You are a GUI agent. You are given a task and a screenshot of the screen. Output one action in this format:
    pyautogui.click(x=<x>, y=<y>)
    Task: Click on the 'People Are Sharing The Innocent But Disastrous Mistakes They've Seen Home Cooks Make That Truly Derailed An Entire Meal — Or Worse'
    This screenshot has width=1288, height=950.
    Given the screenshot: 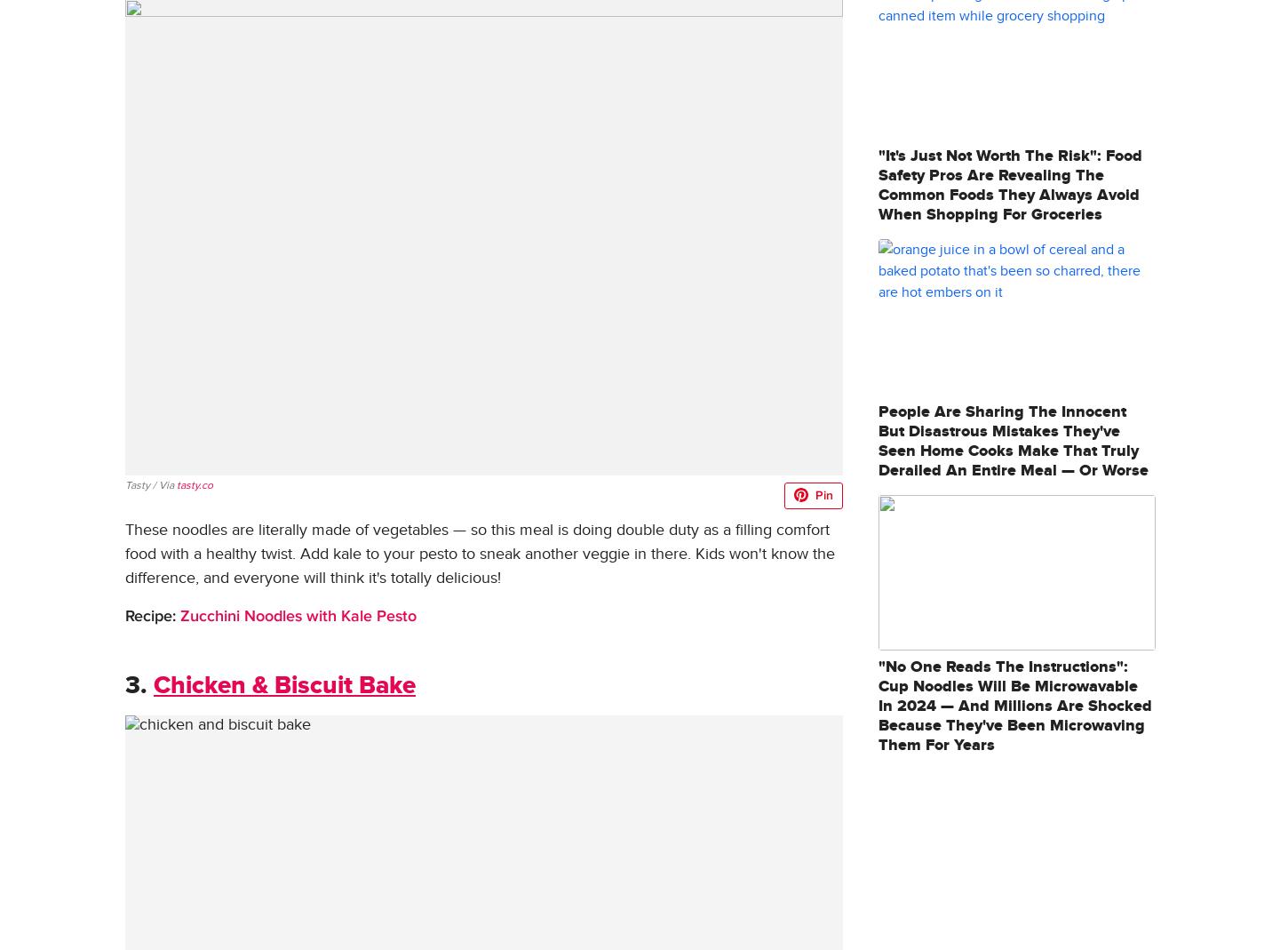 What is the action you would take?
    pyautogui.click(x=879, y=440)
    